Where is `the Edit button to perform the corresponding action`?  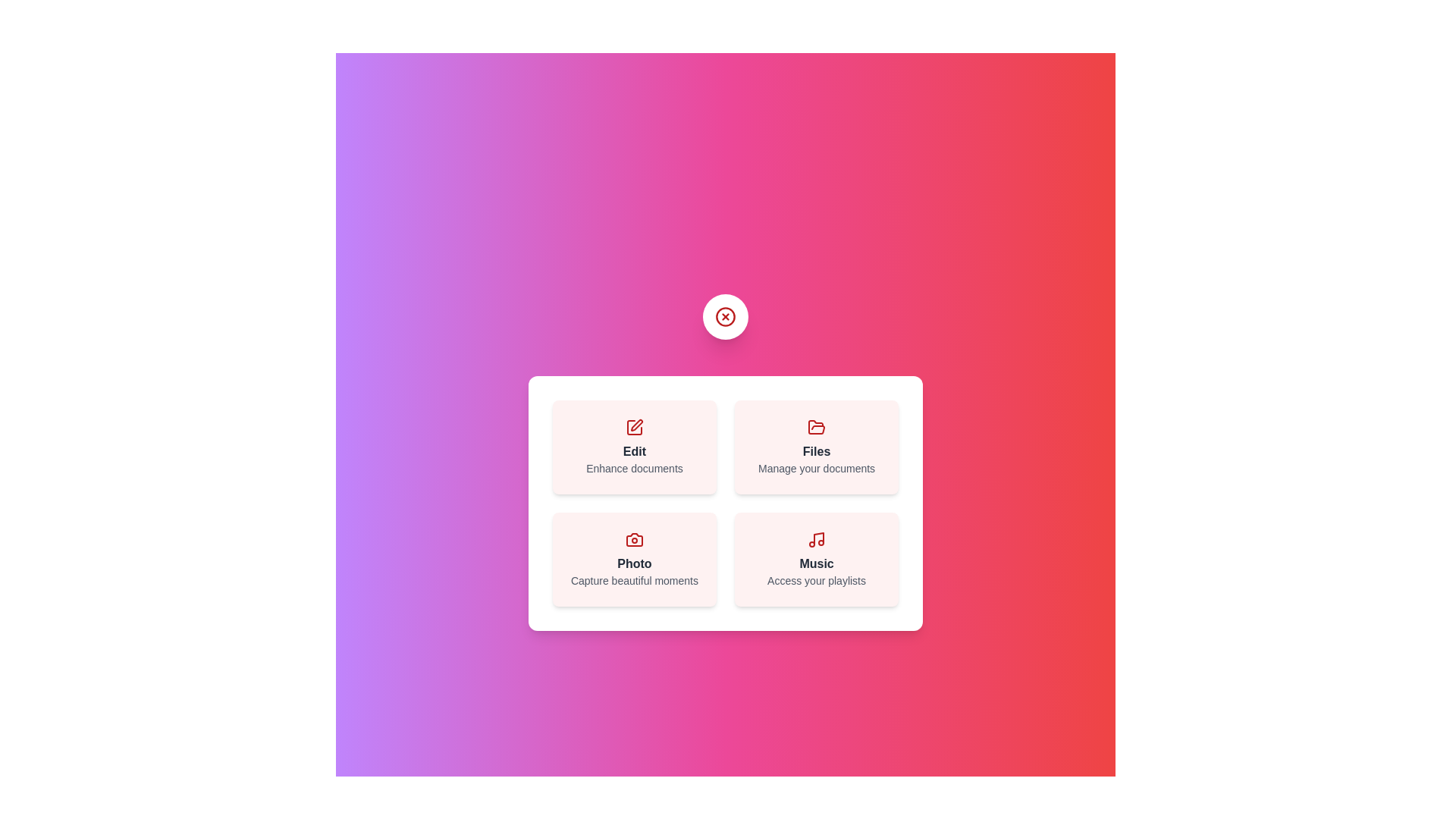
the Edit button to perform the corresponding action is located at coordinates (634, 447).